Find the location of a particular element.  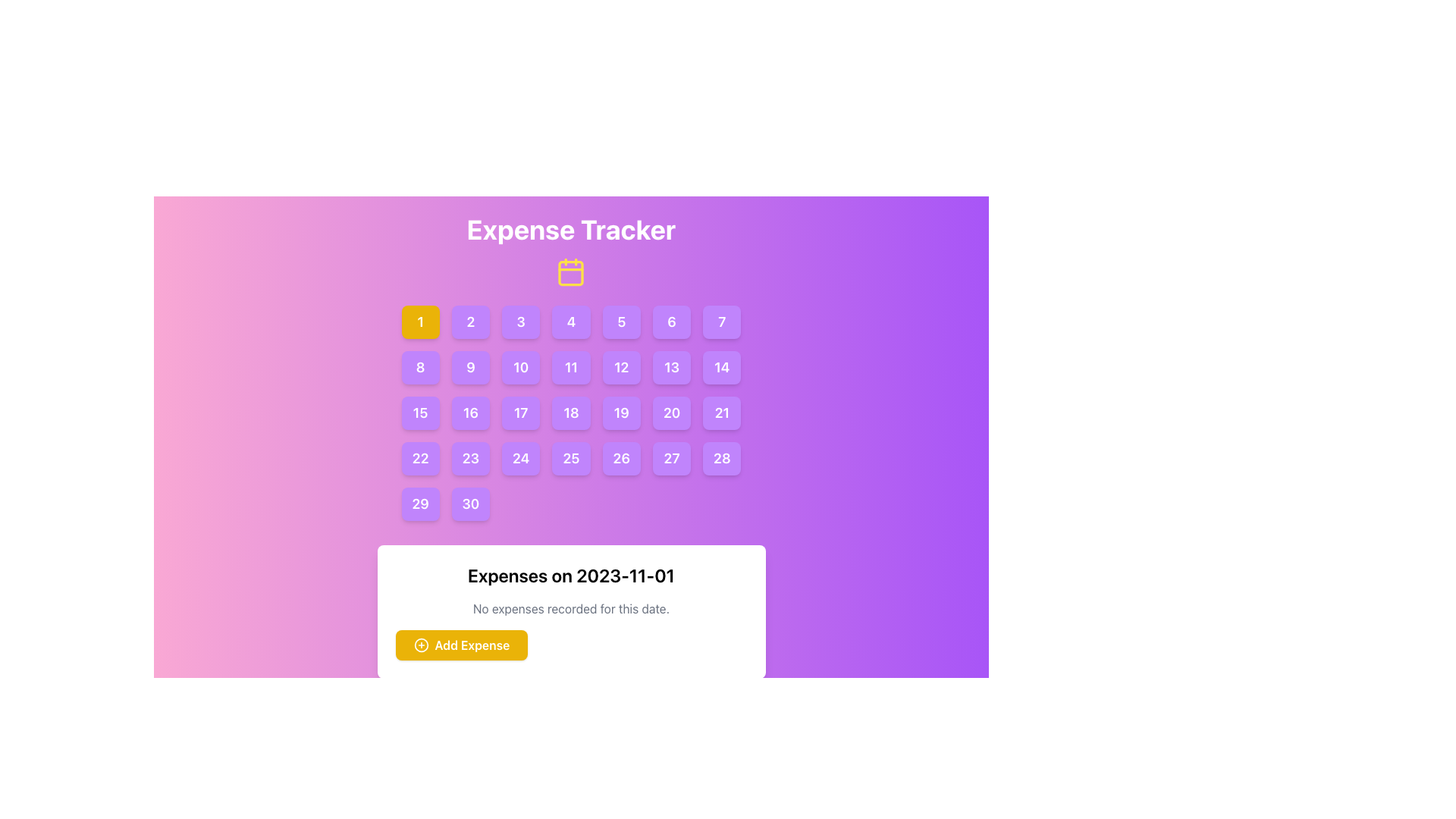

the informational text label indicating the absence of recorded expenses for the selected date, located below the title 'Expenses on 2023-11-01' and above the 'Add Expense' button is located at coordinates (570, 607).